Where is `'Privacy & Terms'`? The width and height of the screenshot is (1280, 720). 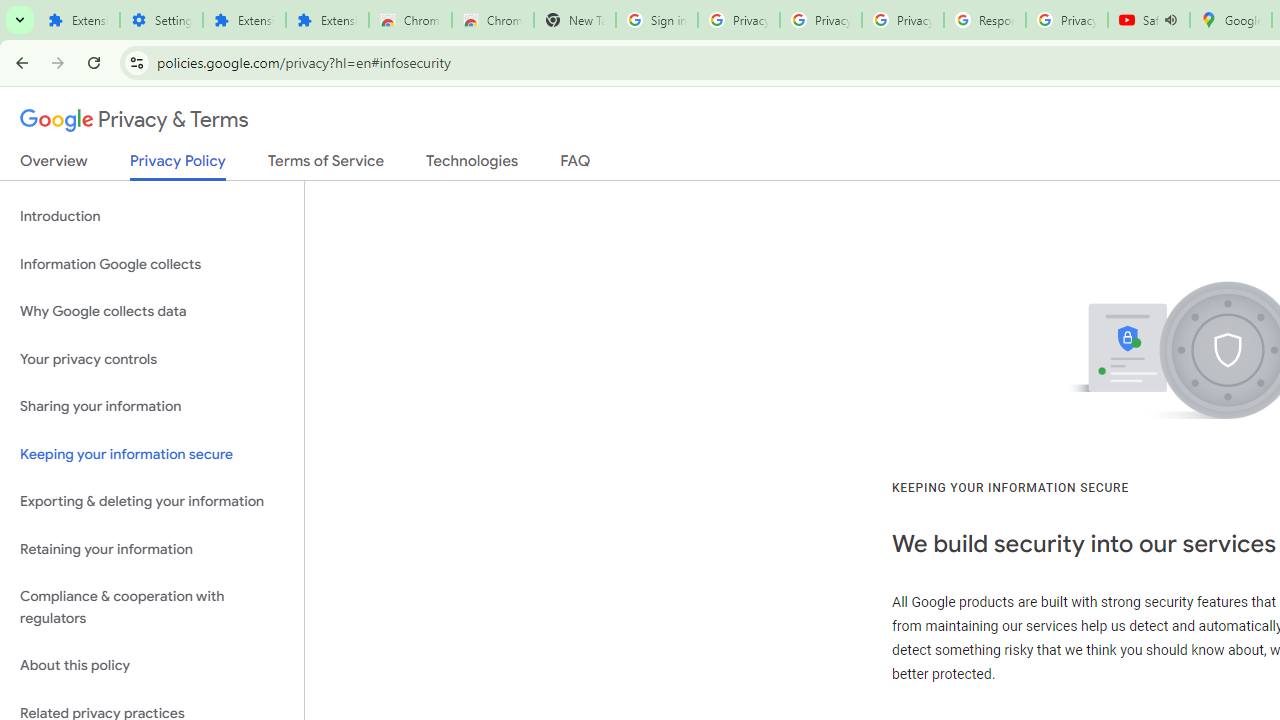 'Privacy & Terms' is located at coordinates (134, 120).